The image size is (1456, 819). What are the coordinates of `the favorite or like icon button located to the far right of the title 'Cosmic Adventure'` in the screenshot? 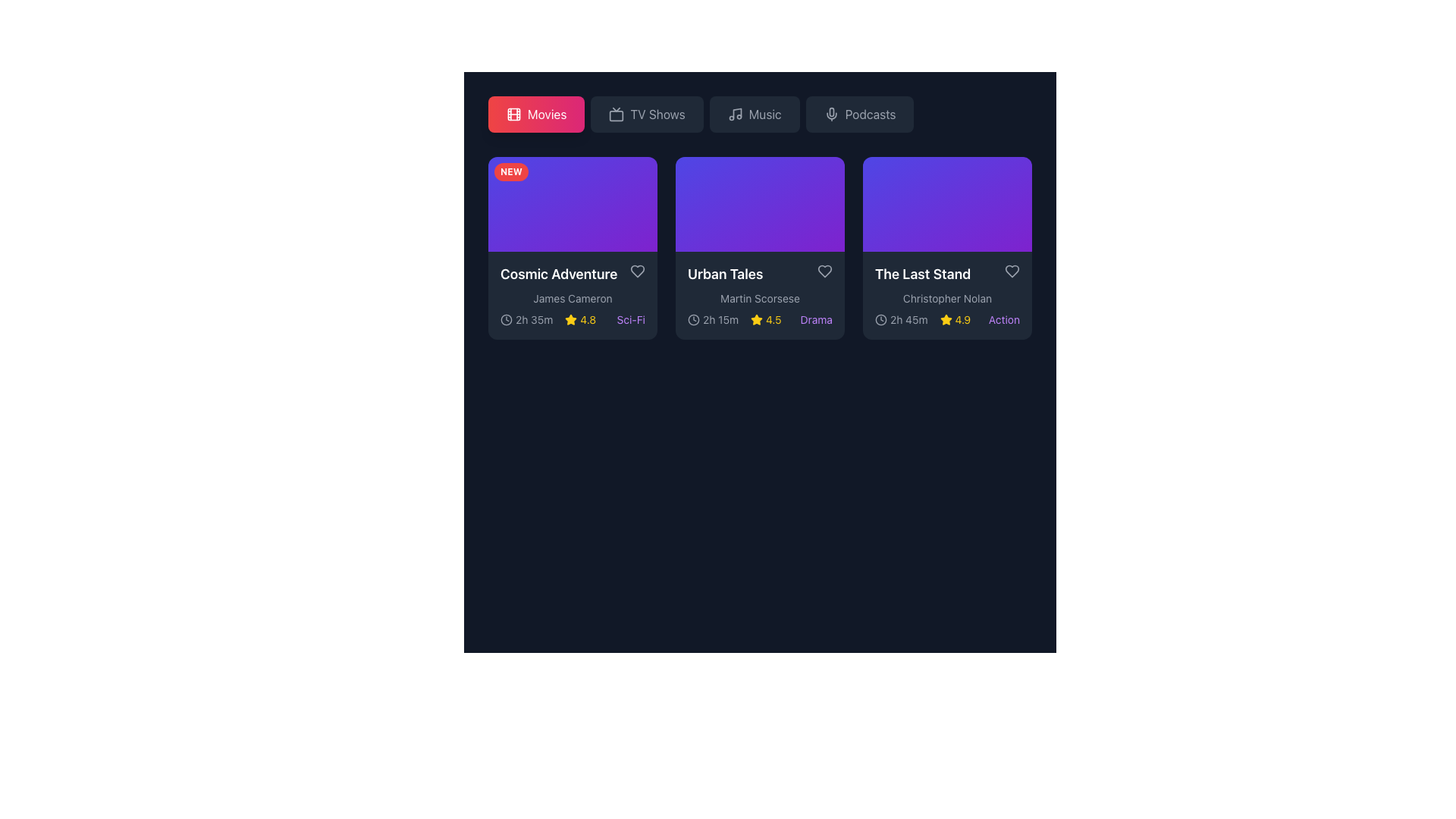 It's located at (637, 271).